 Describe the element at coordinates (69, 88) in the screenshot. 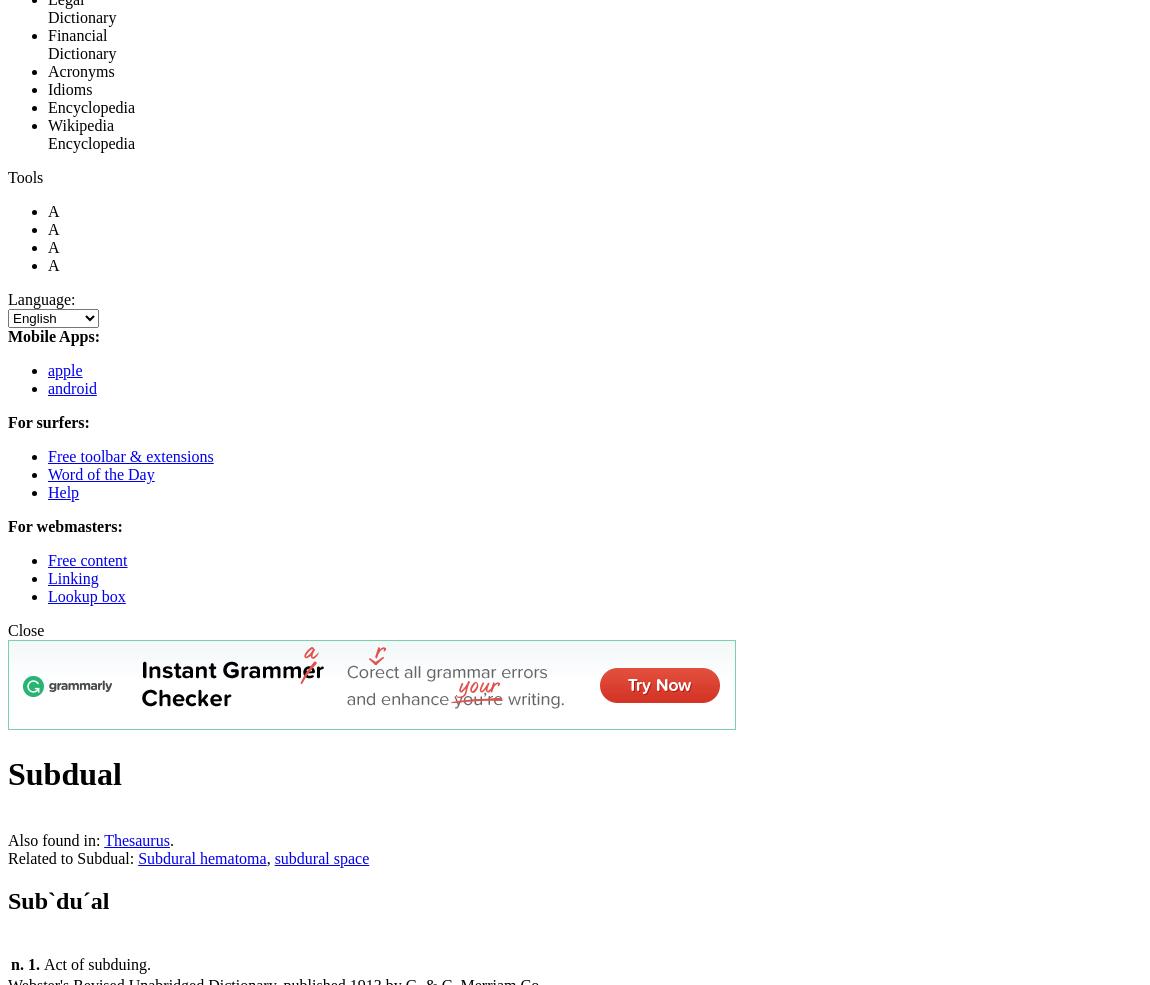

I see `'Idioms'` at that location.